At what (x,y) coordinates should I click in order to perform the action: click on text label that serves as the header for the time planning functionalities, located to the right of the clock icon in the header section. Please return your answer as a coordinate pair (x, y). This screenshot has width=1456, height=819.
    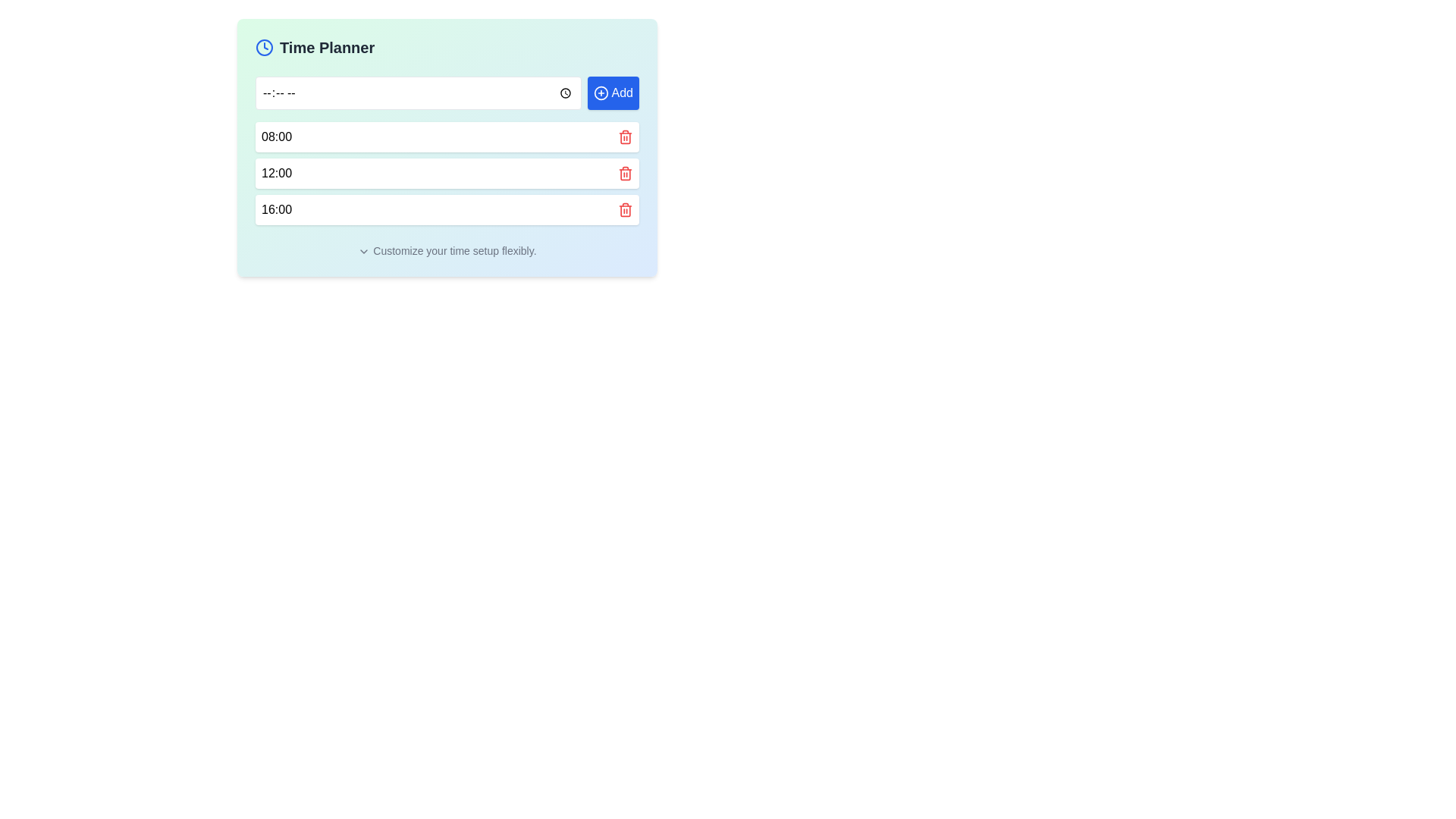
    Looking at the image, I should click on (326, 46).